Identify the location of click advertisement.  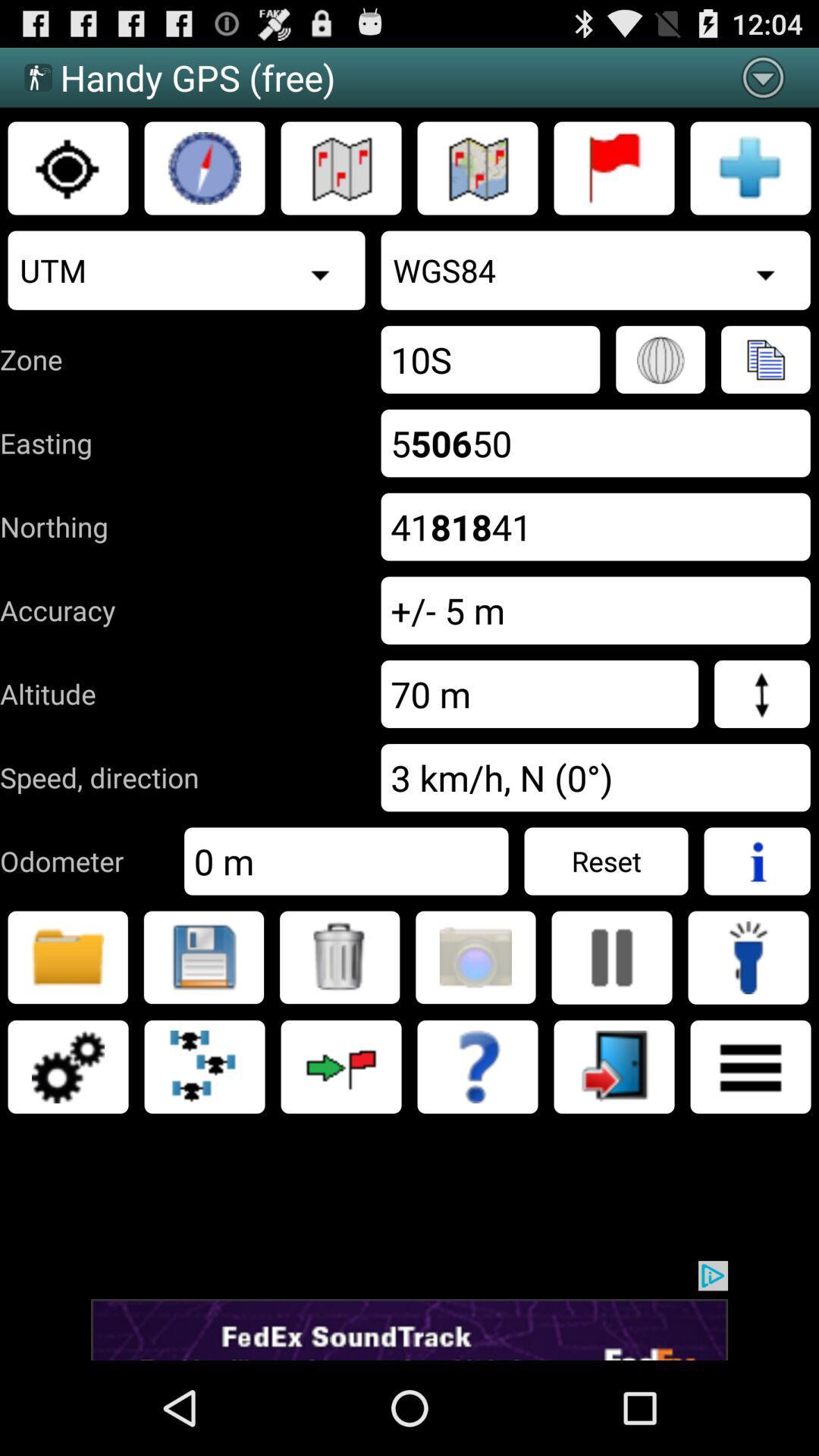
(409, 1310).